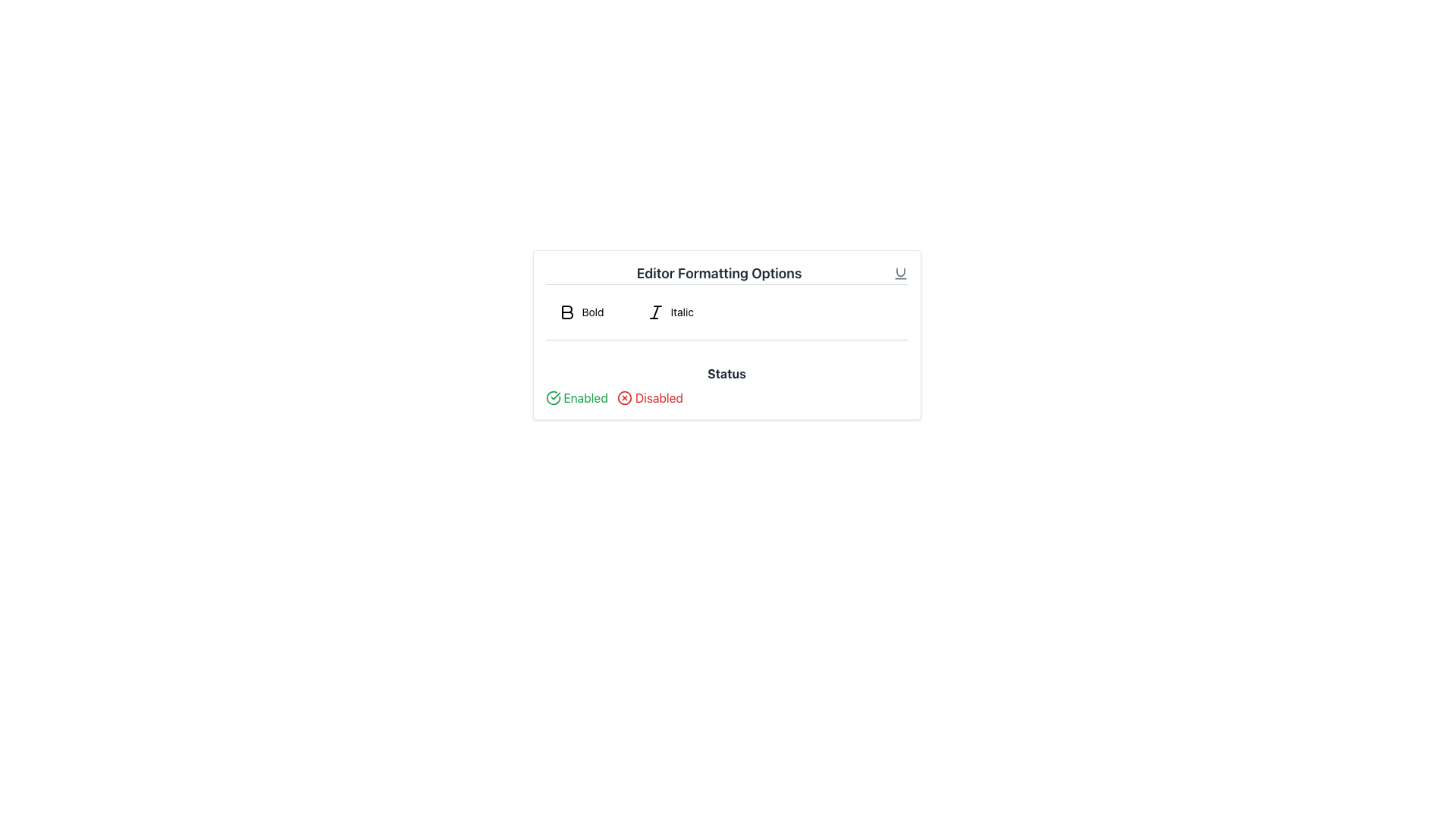 The image size is (1456, 819). Describe the element at coordinates (580, 312) in the screenshot. I see `the 'Bold' button in the 'Editor Formatting Options' section` at that location.